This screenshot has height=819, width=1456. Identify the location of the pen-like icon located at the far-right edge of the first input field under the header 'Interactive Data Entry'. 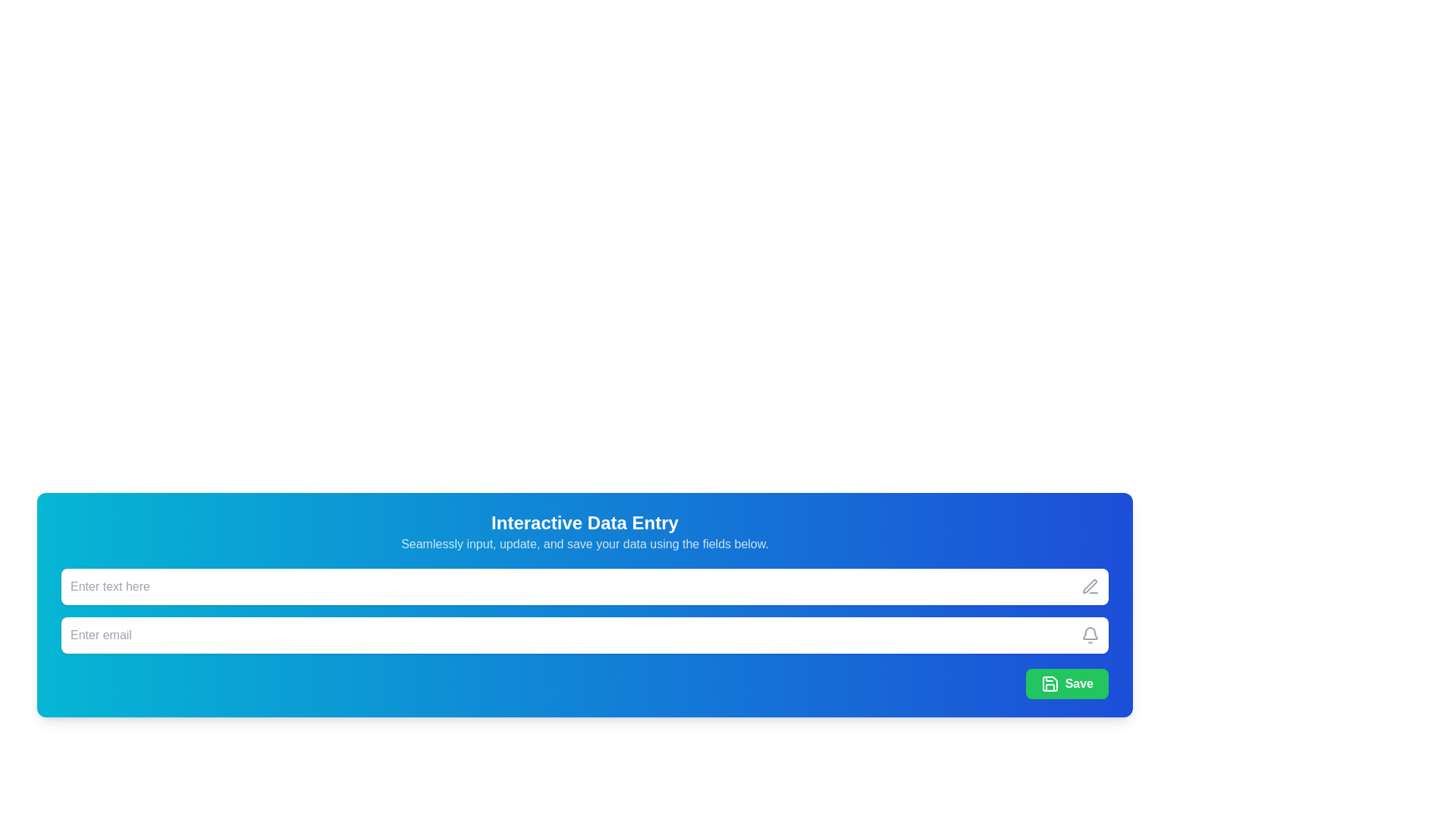
(1090, 586).